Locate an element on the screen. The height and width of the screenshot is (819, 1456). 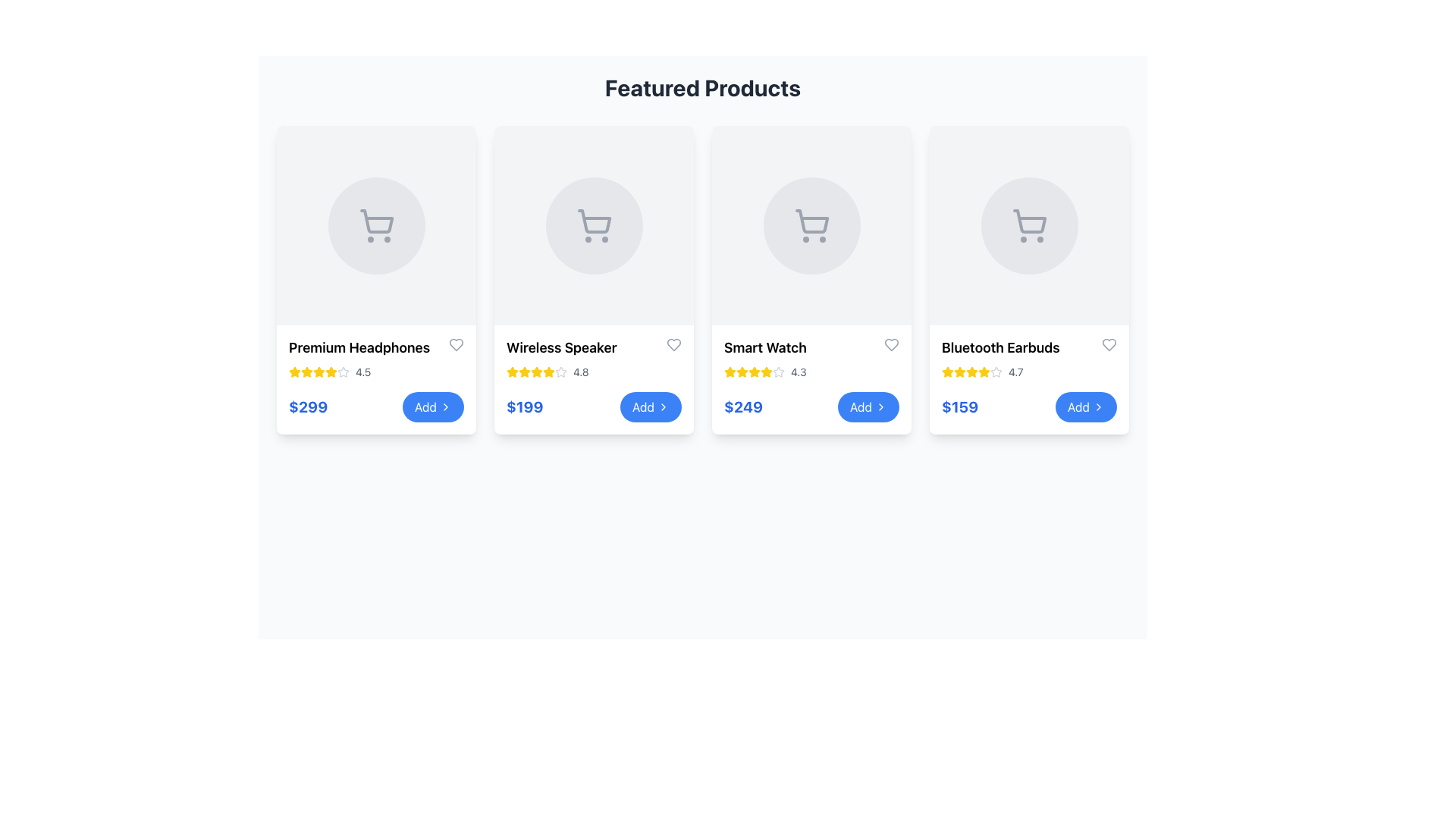
the heart icon located at the top-right corner of the product card for 'Bluetooth Earbuds' to favorite the product is located at coordinates (1109, 345).